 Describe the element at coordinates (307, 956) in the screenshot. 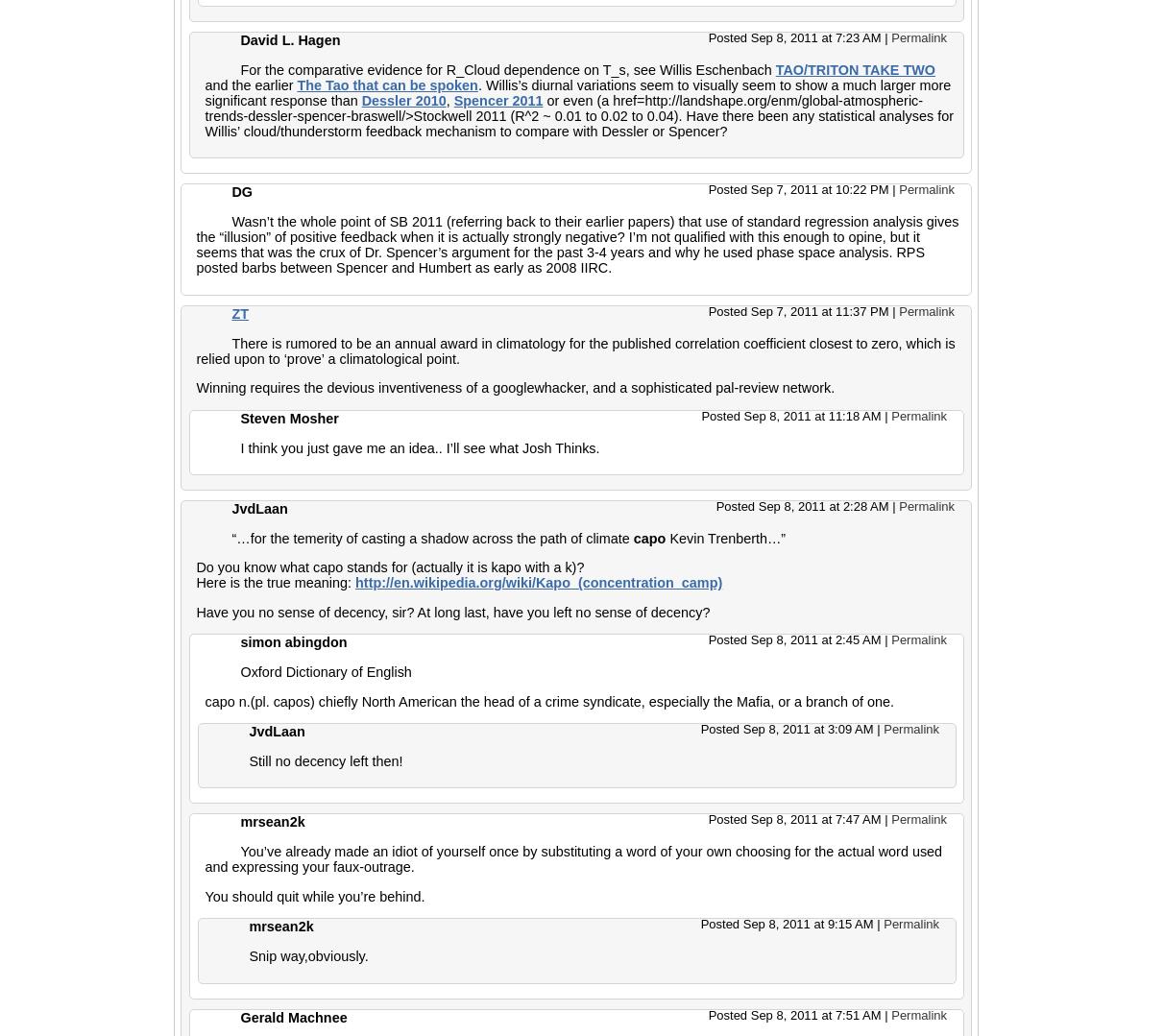

I see `'Snip way,obviously.'` at that location.